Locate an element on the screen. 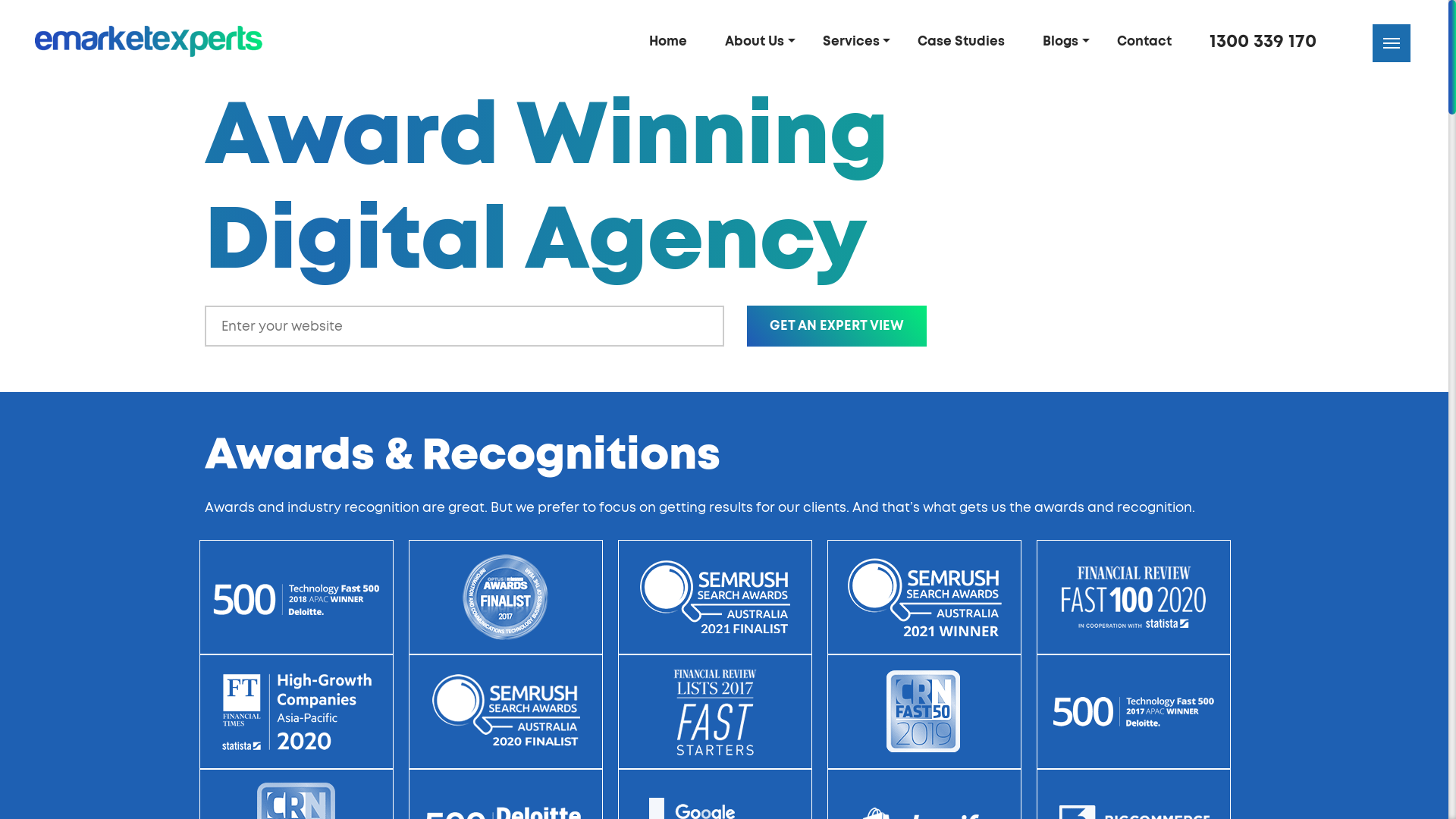  'Blogs' is located at coordinates (1065, 40).